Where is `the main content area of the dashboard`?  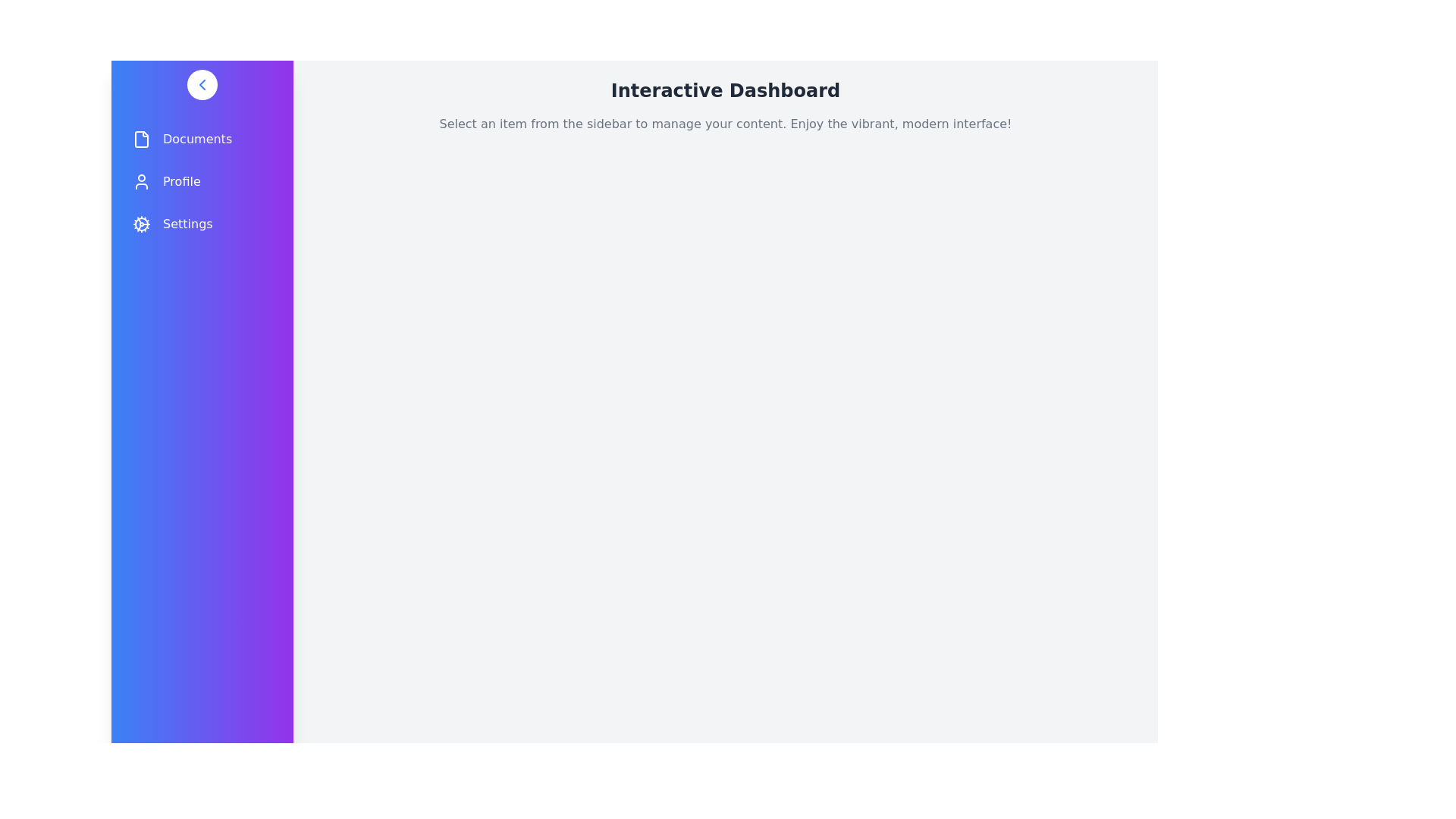 the main content area of the dashboard is located at coordinates (724, 469).